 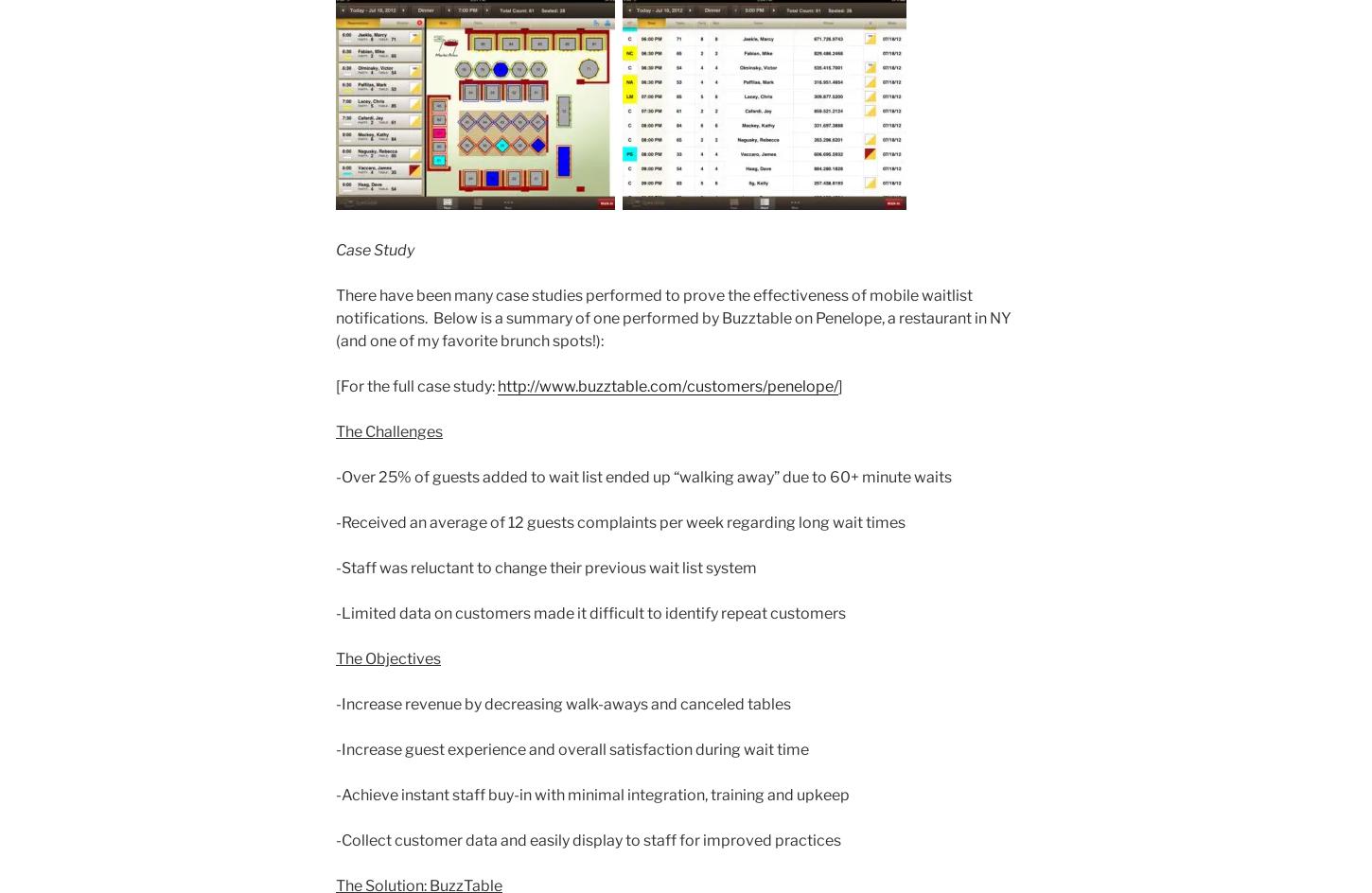 What do you see at coordinates (335, 317) in the screenshot?
I see `'There have been many case studies performed to prove the effectiveness of mobile waitlist notifications.  Below is a summary of one performed by Buzztable on Penelope, a restaurant in NY (and one of my favorite brunch spots!):'` at bounding box center [335, 317].